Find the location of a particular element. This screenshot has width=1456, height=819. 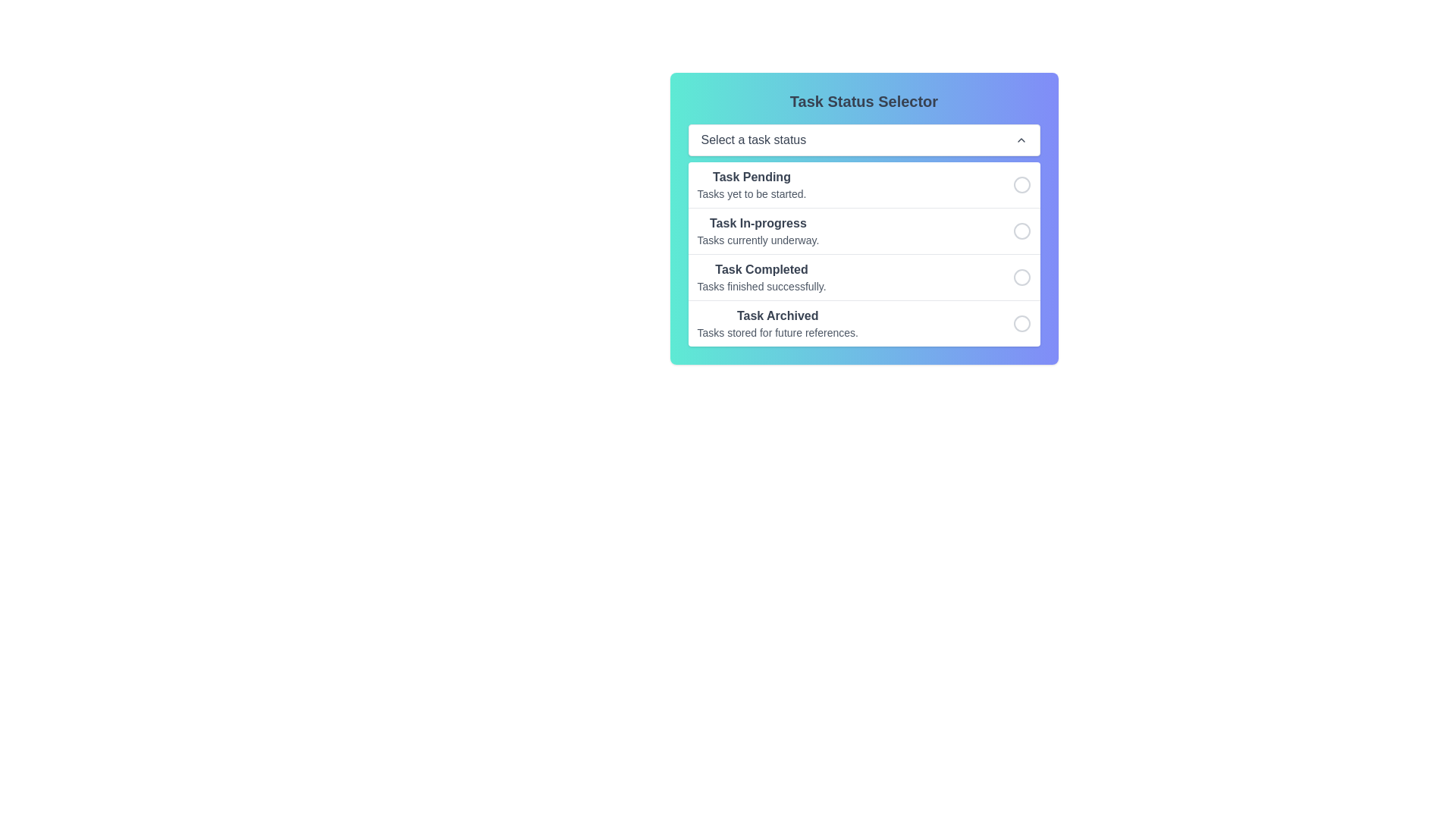

the text label displaying 'Tasks finished successfully.' located below the 'Task Completed' header in the task status selector is located at coordinates (761, 287).